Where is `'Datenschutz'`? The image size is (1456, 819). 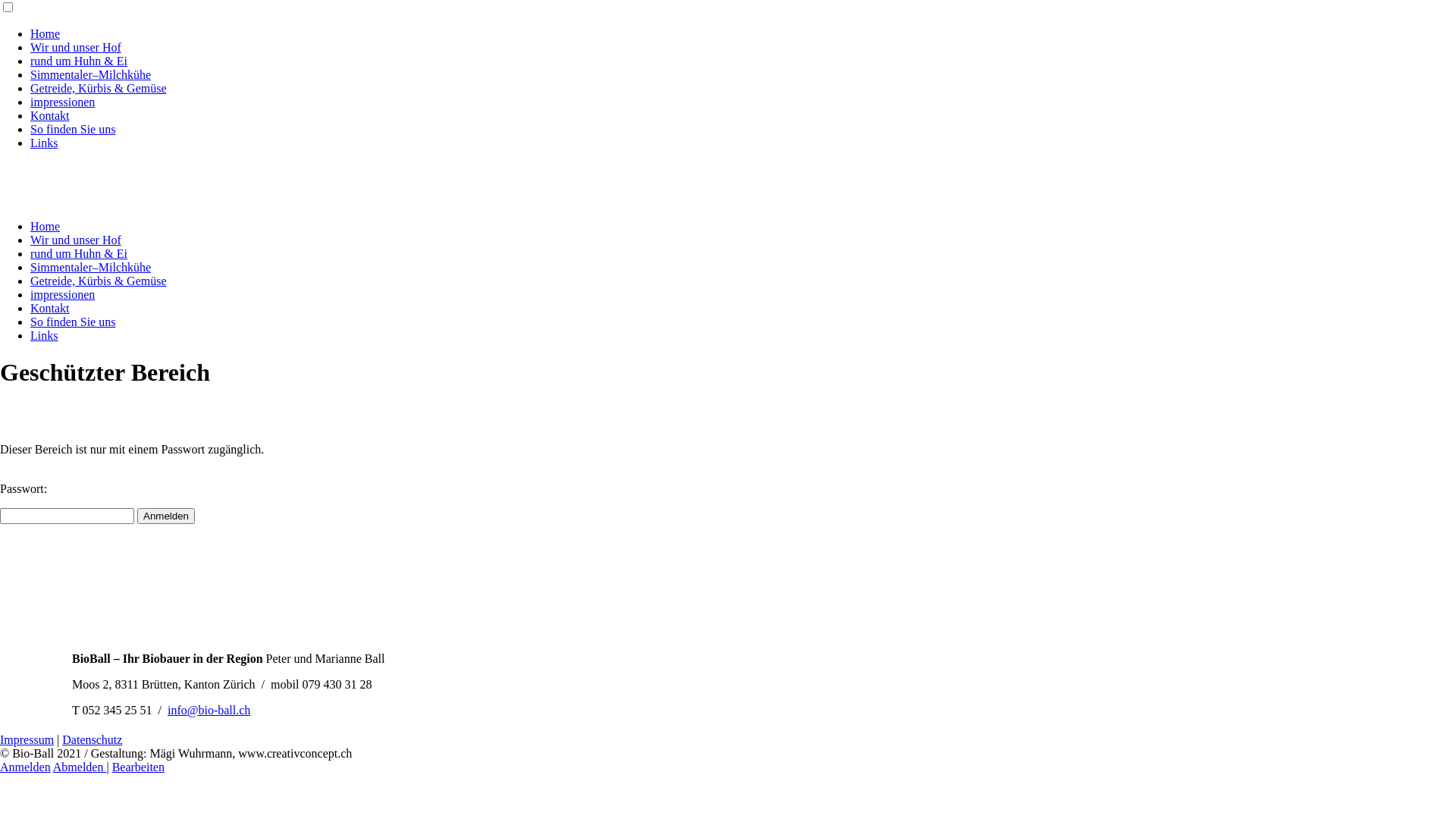
'Datenschutz' is located at coordinates (61, 739).